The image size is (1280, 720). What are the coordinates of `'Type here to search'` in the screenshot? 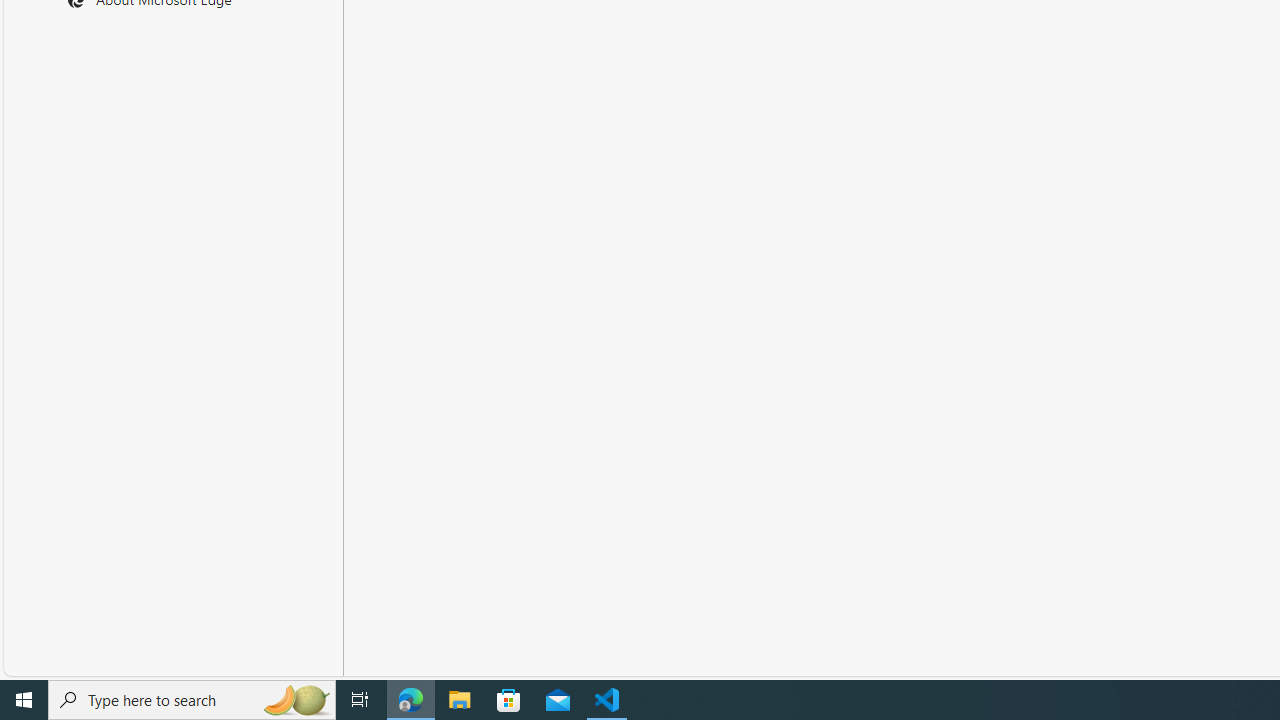 It's located at (192, 698).